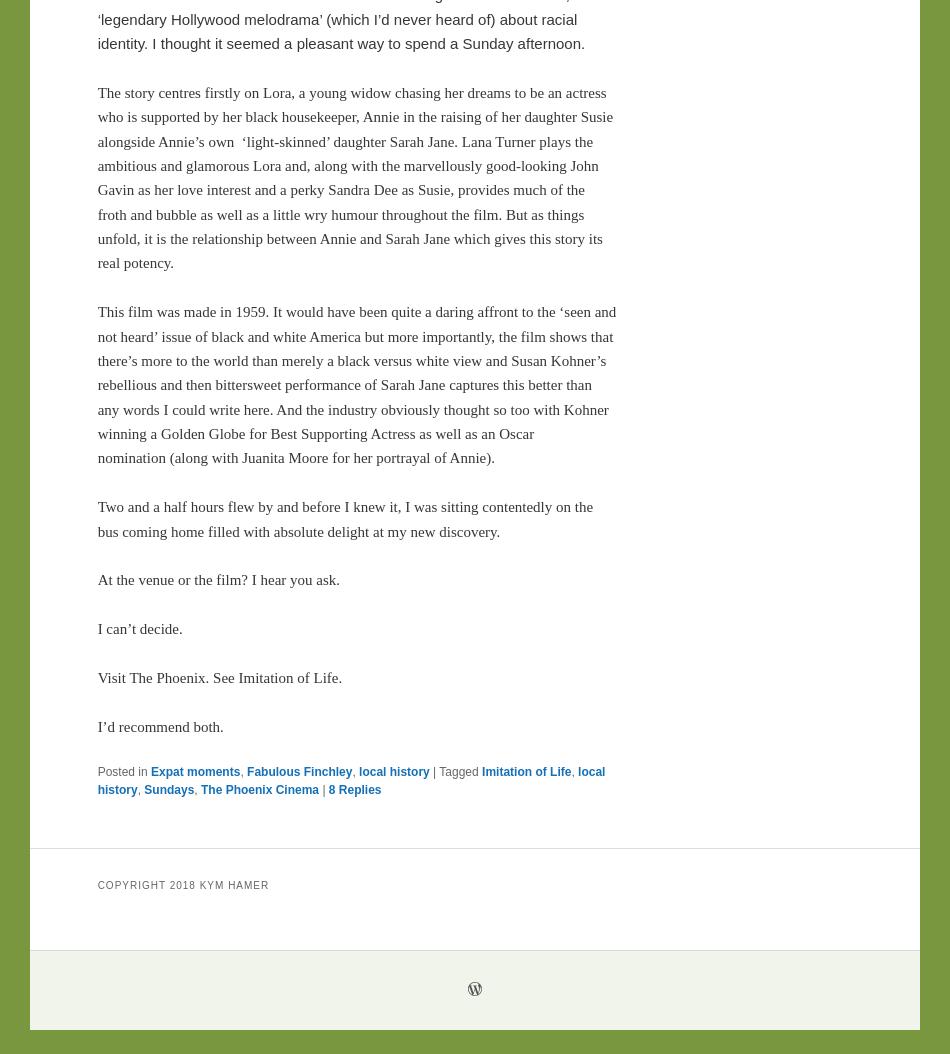 This screenshot has width=950, height=1054. I want to click on 'Fabulous Finchley', so click(298, 771).